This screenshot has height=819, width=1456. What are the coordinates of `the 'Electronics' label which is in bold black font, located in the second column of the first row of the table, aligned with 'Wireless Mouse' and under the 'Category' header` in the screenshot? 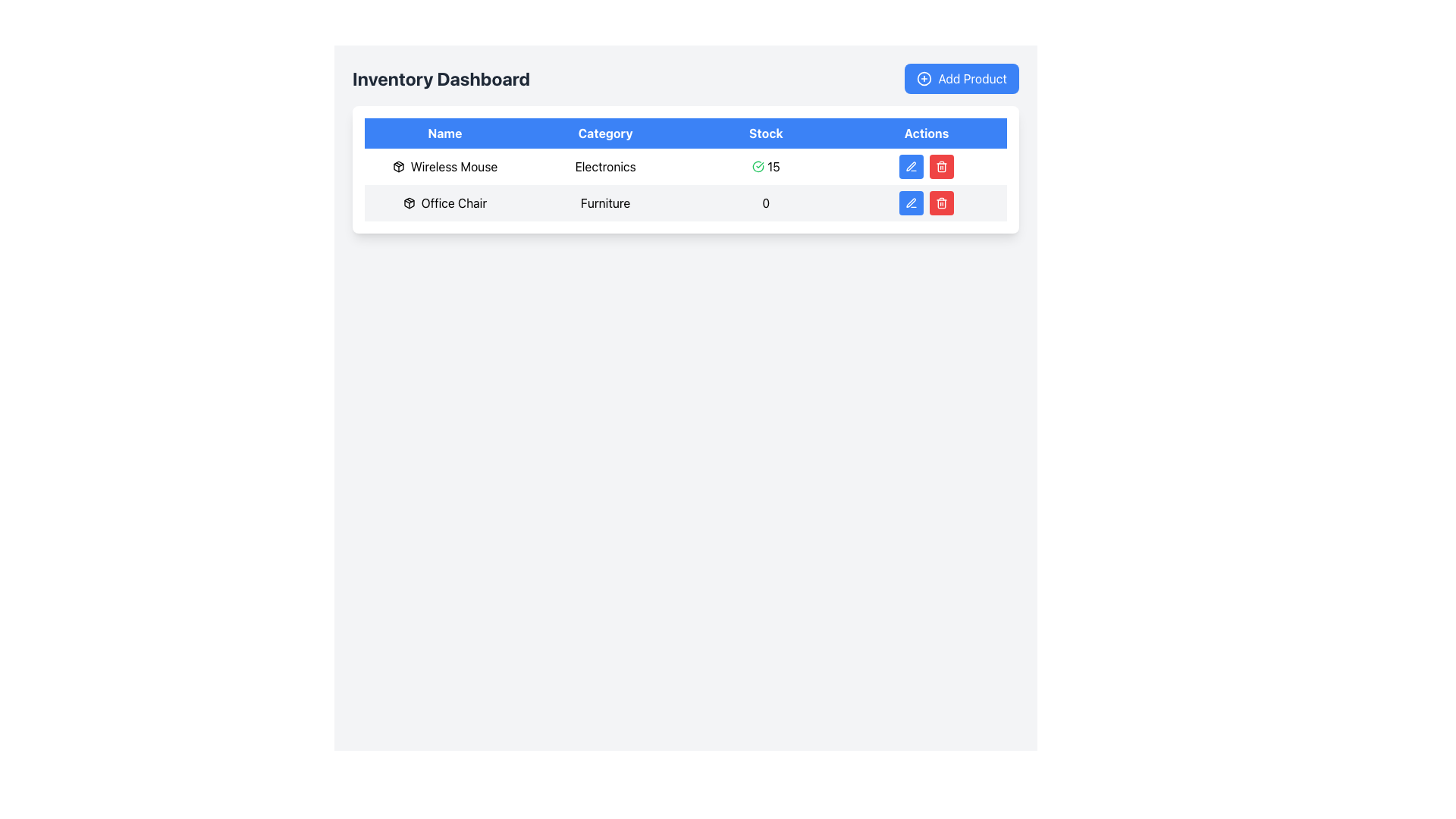 It's located at (604, 166).